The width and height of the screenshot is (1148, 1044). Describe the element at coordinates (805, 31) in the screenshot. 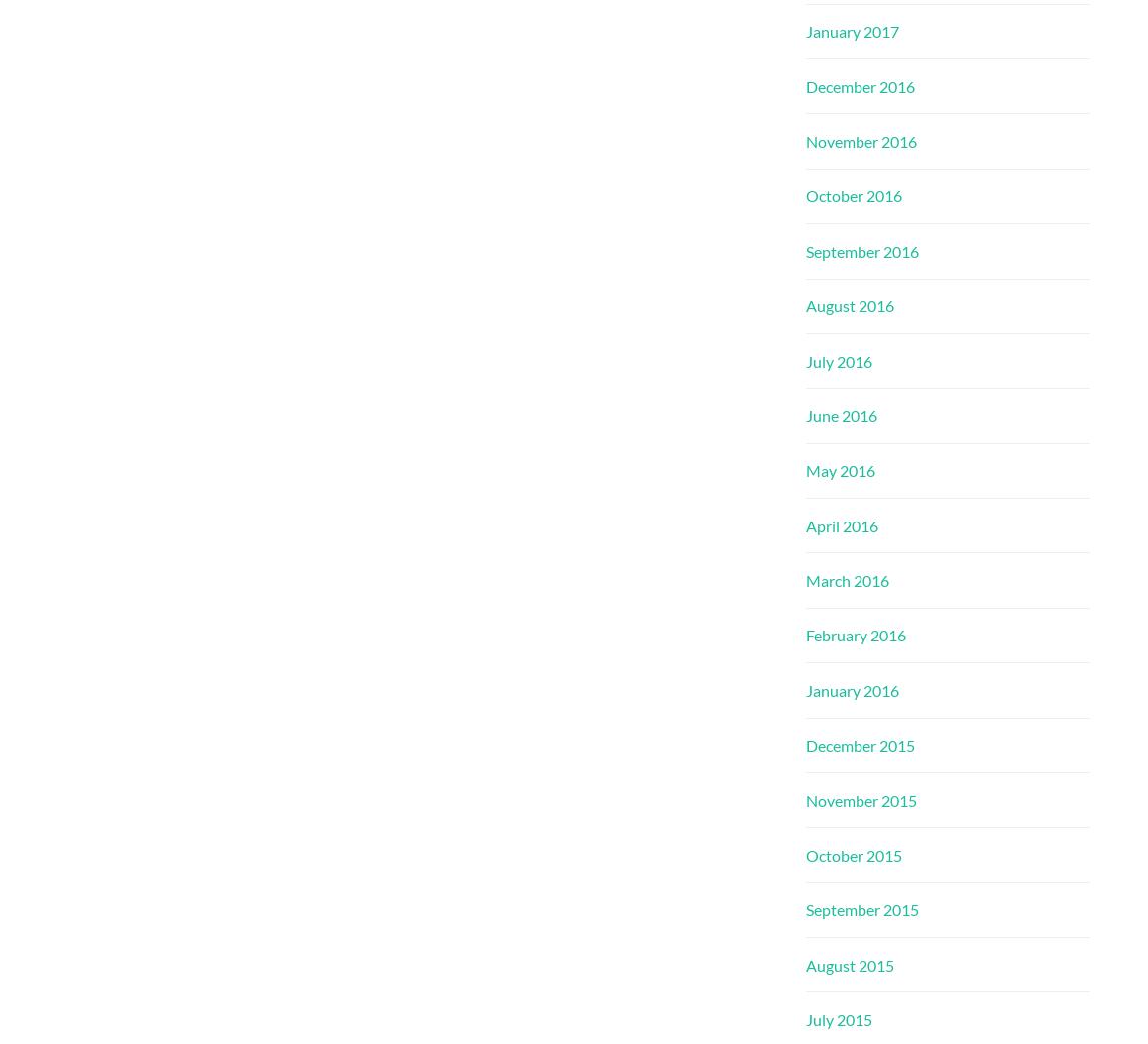

I see `'January 2017'` at that location.